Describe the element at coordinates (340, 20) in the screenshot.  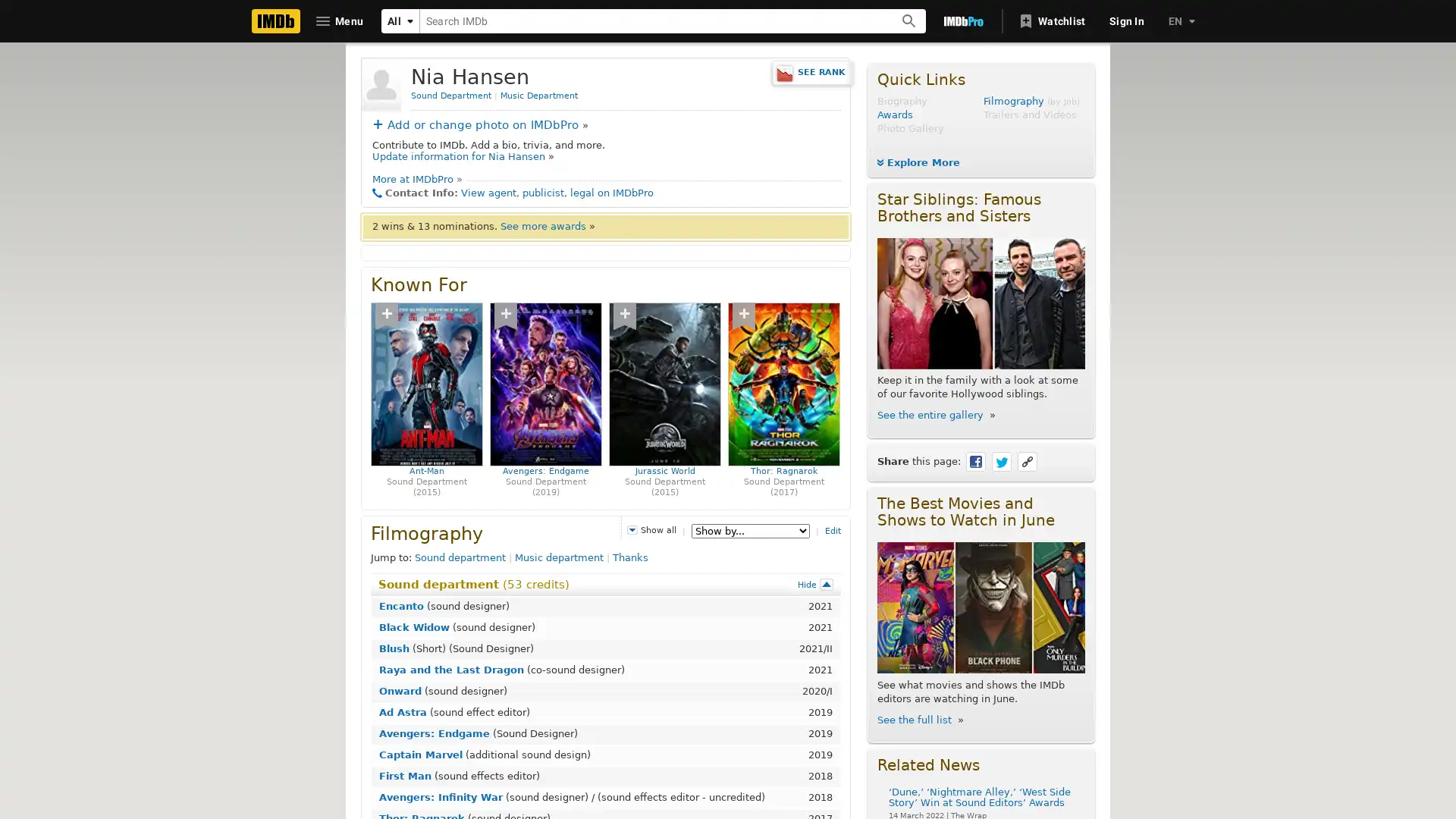
I see `Open Navigation Drawer` at that location.